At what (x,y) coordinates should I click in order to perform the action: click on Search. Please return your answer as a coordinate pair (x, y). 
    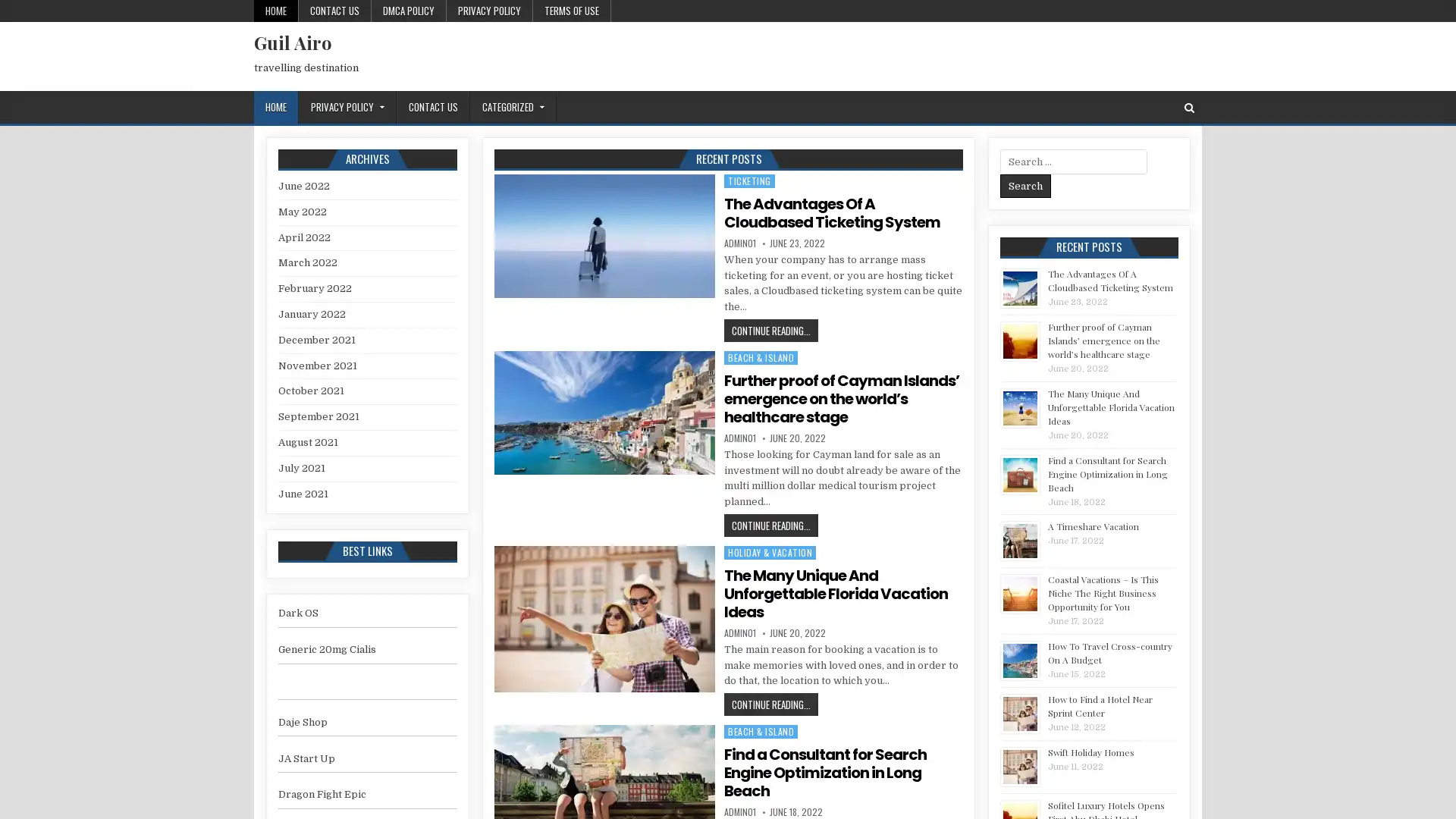
    Looking at the image, I should click on (1025, 185).